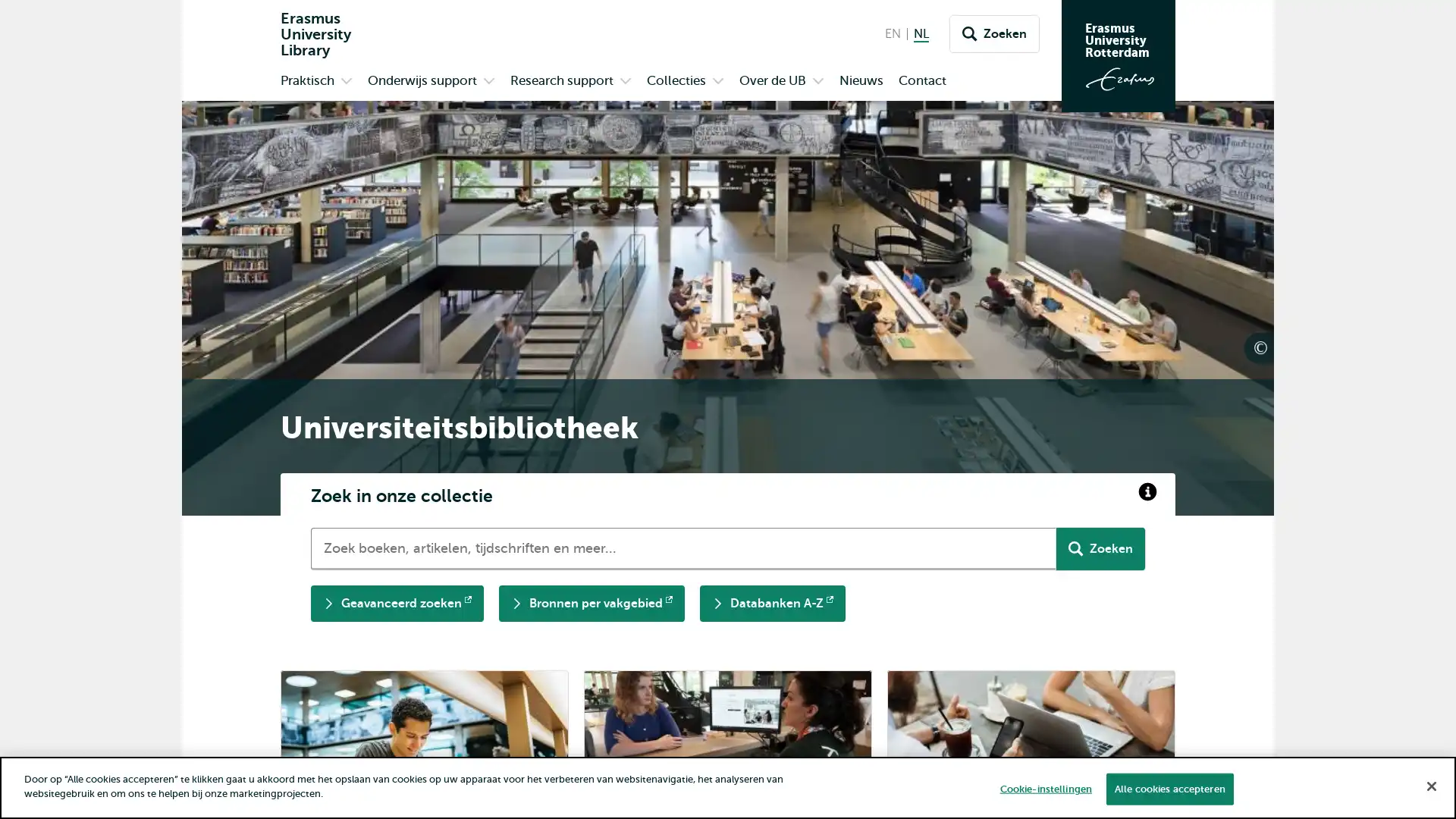 Image resolution: width=1456 pixels, height=819 pixels. I want to click on Zoeken, so click(994, 34).